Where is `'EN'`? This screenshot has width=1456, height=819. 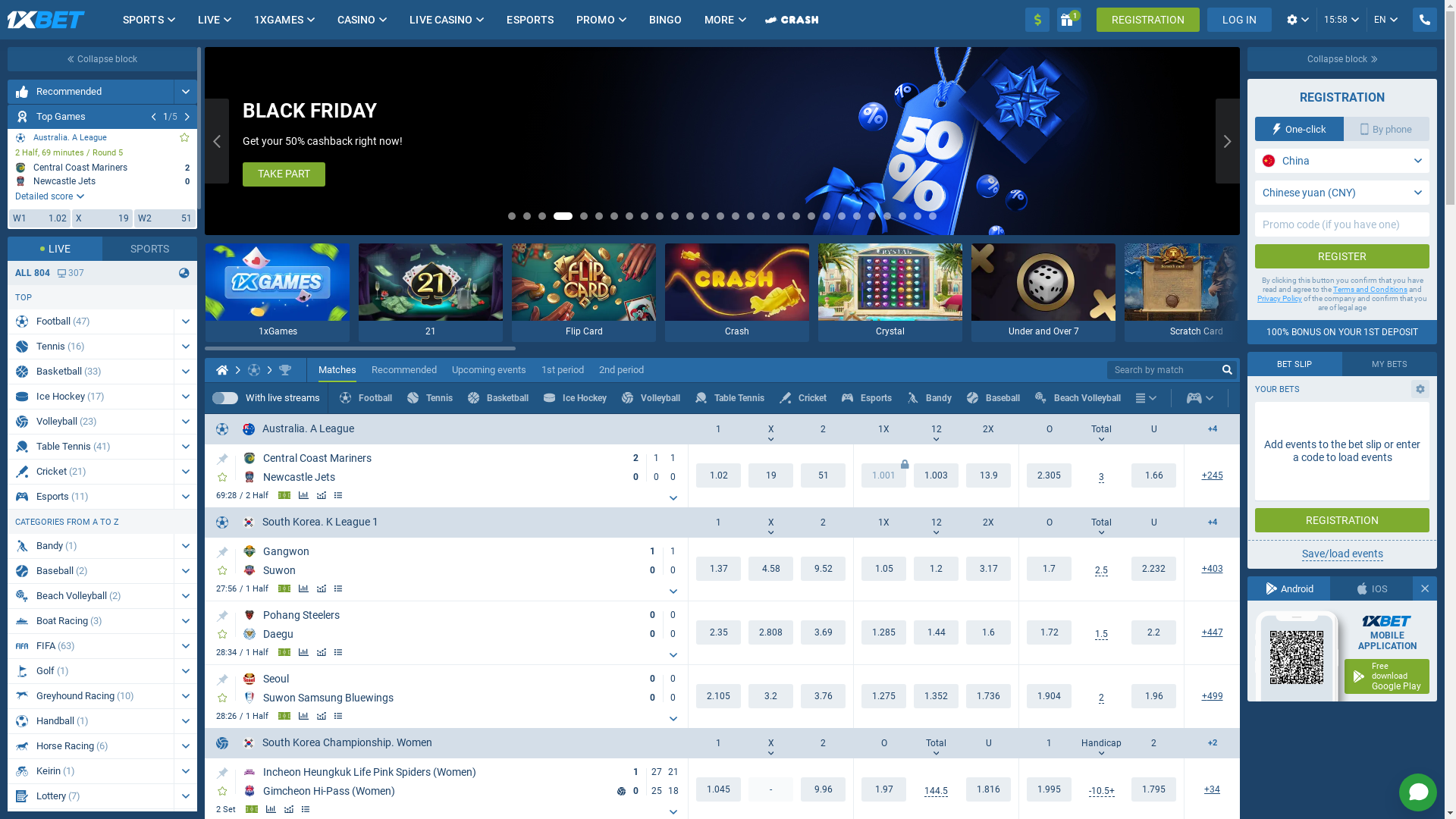
'EN' is located at coordinates (1370, 20).